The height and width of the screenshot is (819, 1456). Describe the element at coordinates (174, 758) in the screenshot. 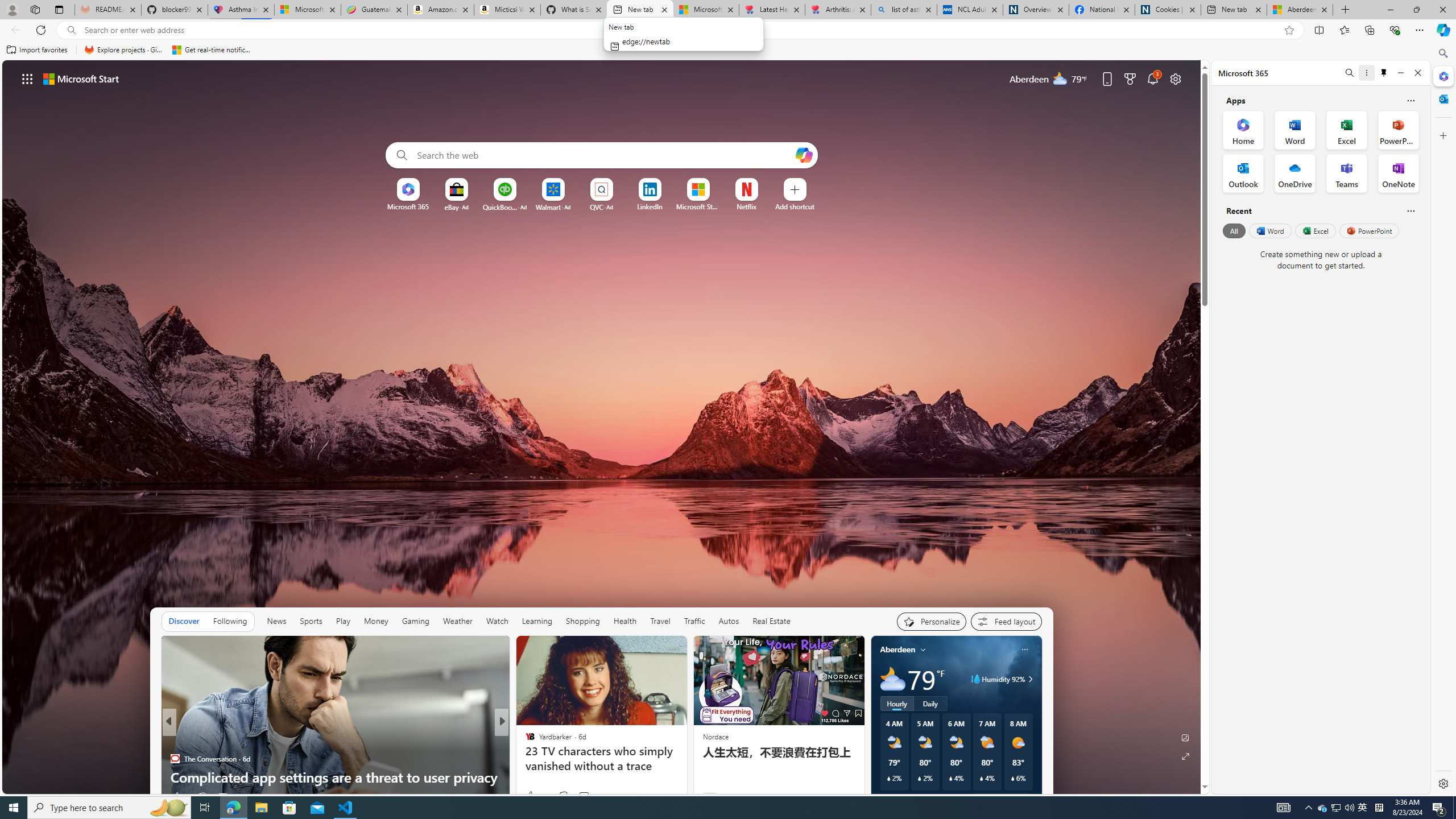

I see `'The Conversation'` at that location.